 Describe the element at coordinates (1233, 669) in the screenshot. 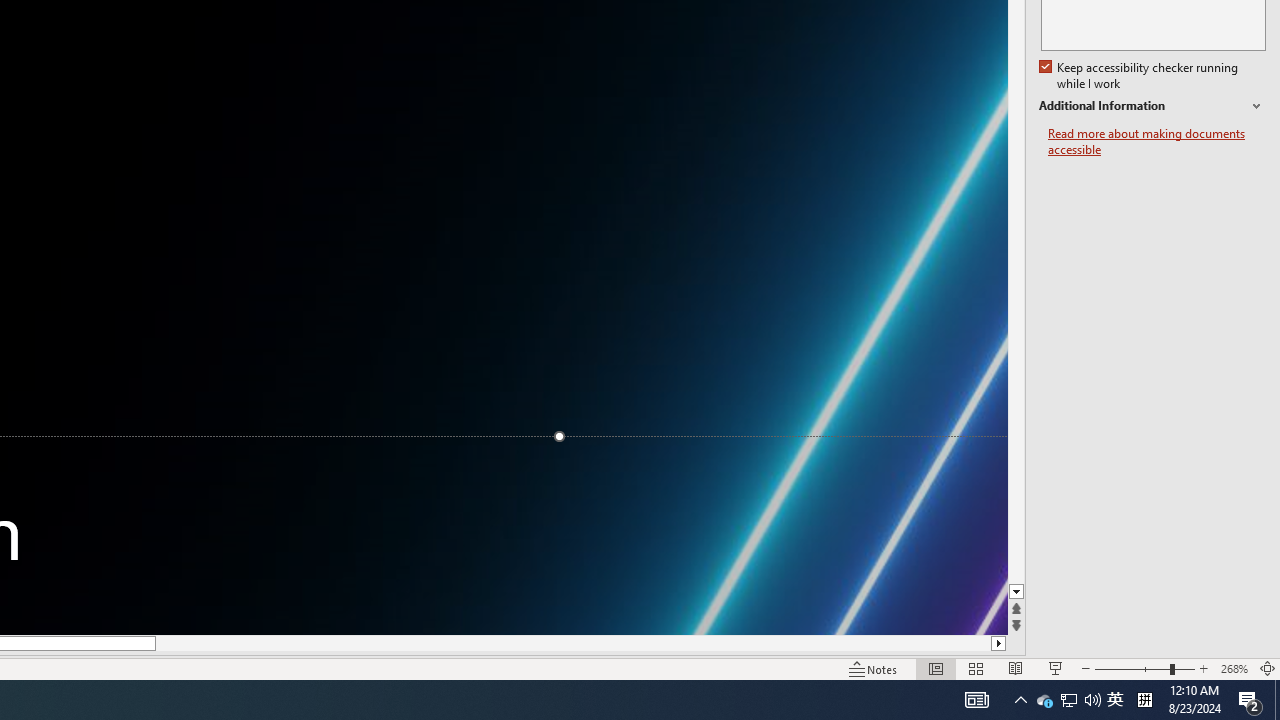

I see `'Zoom 268%'` at that location.